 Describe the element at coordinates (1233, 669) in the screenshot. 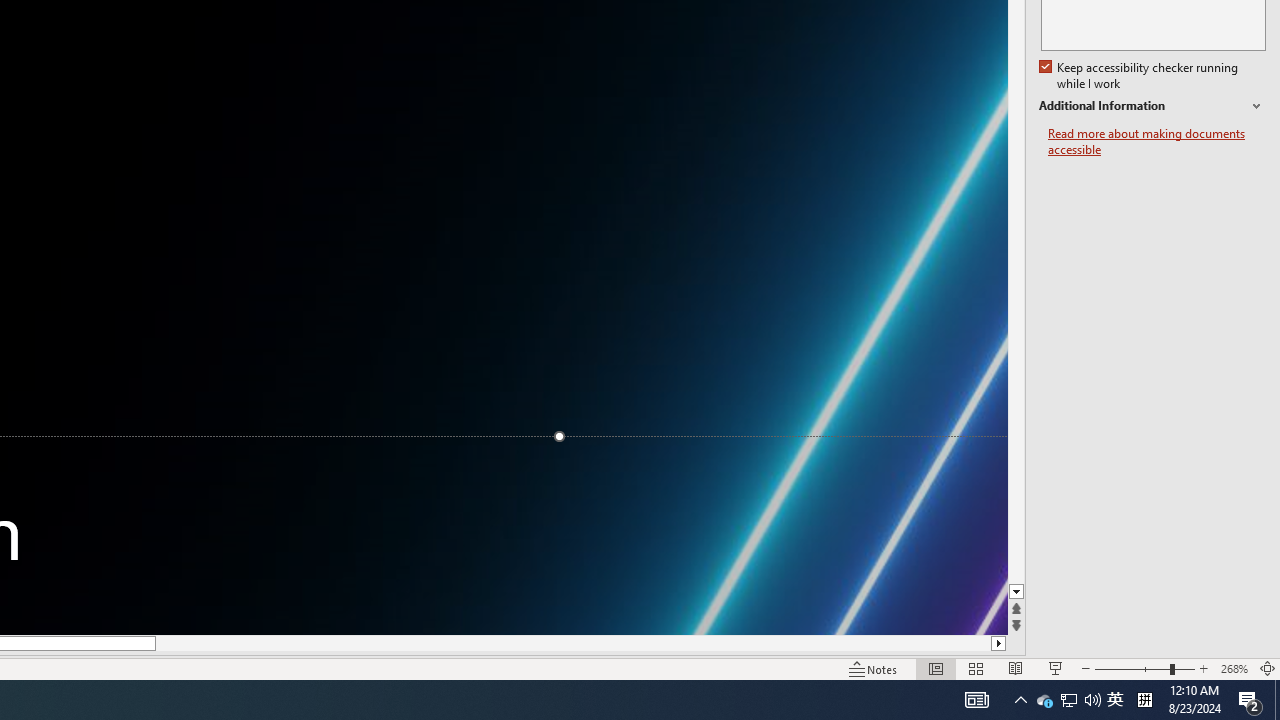

I see `'Zoom 268%'` at that location.